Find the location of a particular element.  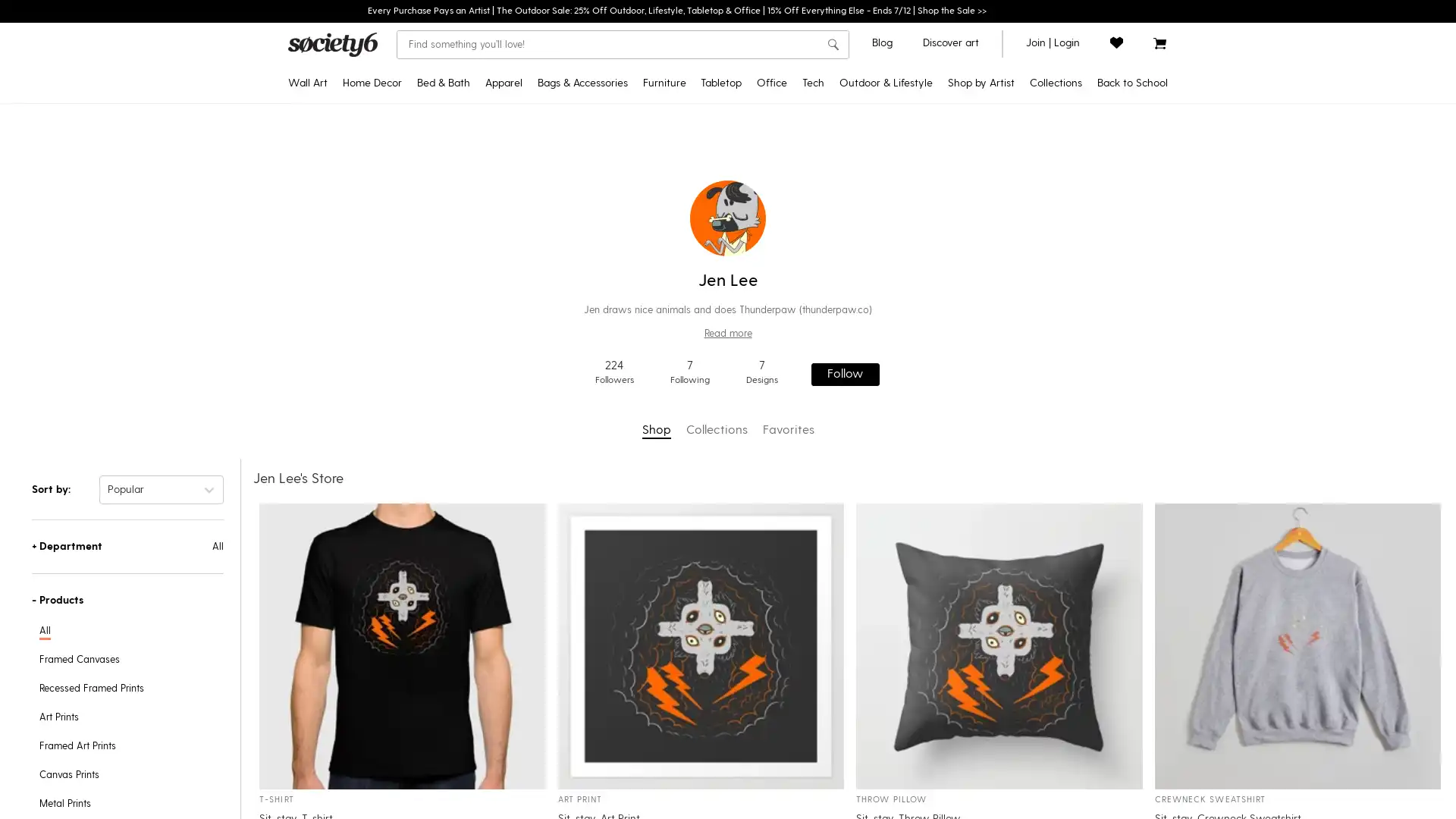

2022 Home Decor Guide is located at coordinates (999, 146).